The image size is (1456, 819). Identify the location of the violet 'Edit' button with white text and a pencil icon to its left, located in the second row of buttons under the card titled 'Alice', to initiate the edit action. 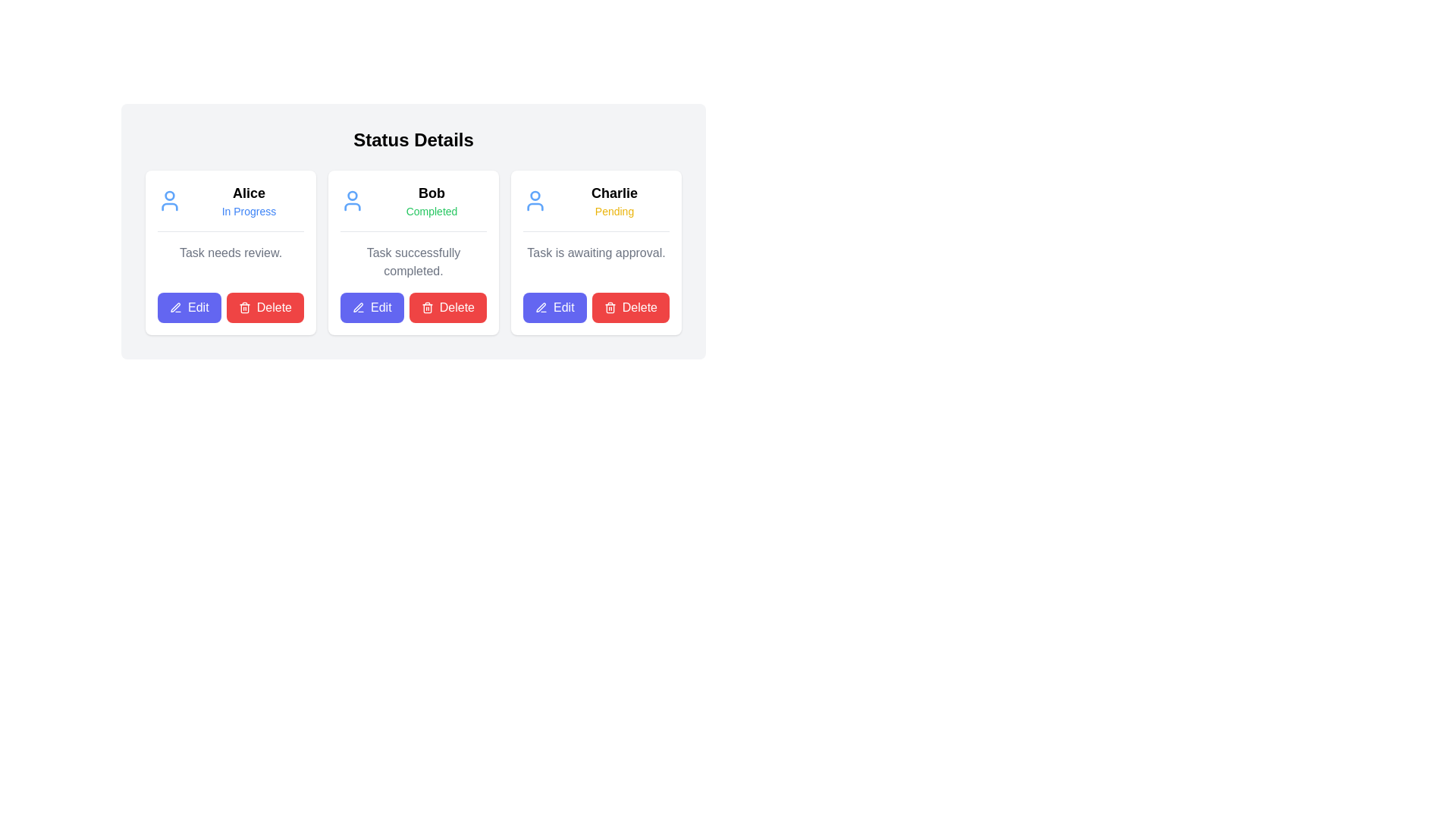
(188, 307).